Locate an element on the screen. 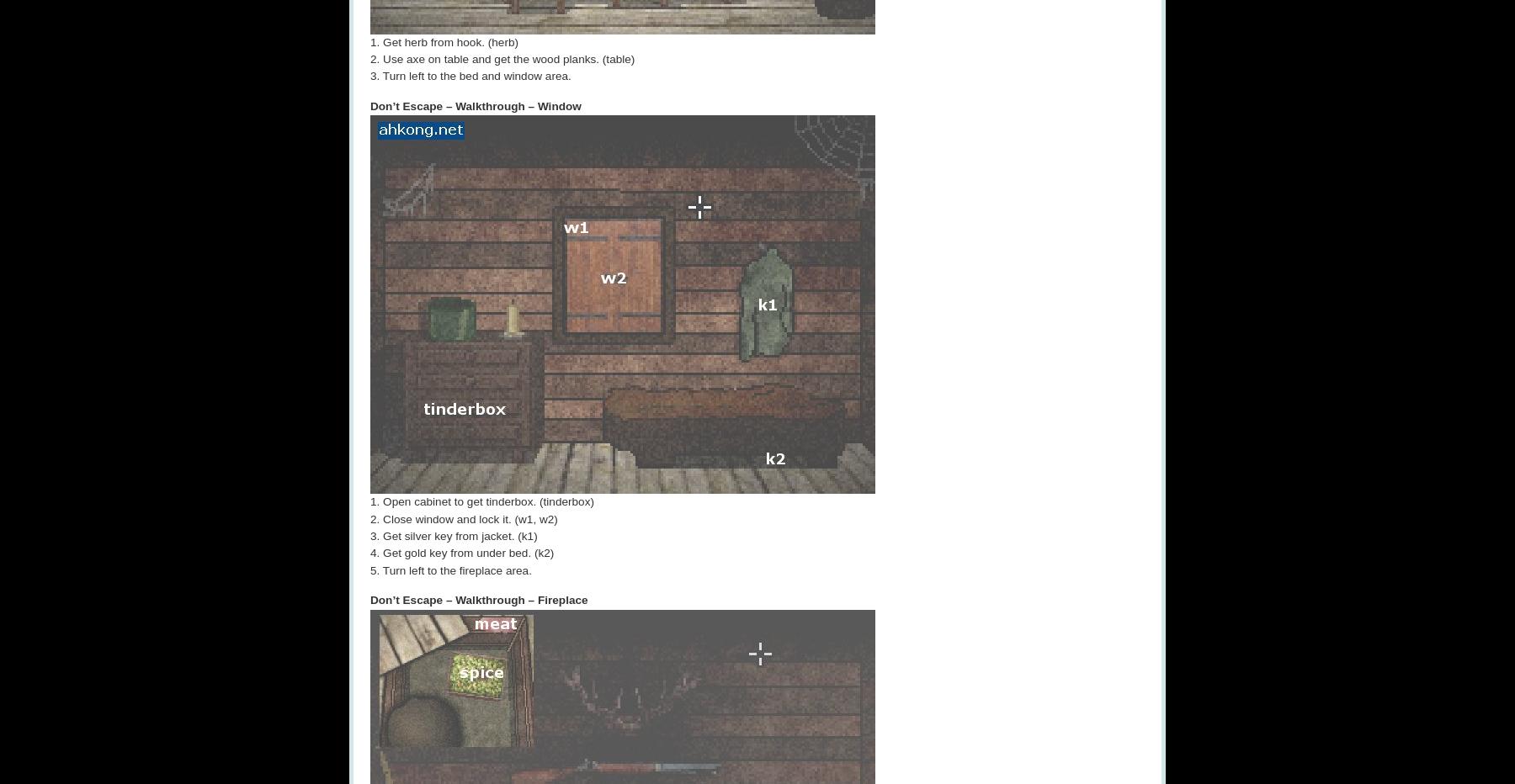 Image resolution: width=1515 pixels, height=784 pixels. '1. Get herb from hook. (herb)' is located at coordinates (443, 40).